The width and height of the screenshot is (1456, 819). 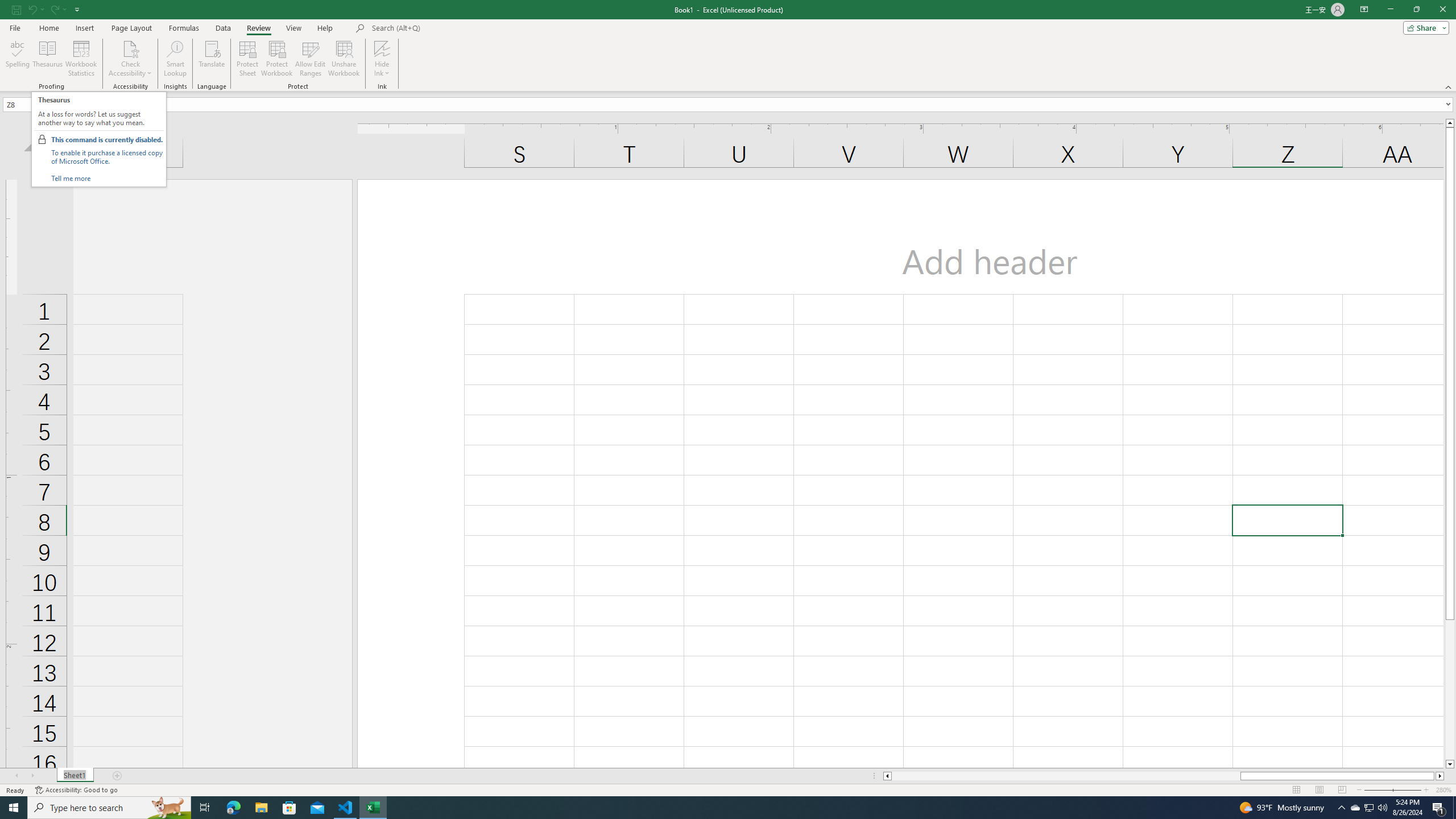 I want to click on 'Allow Edit Ranges', so click(x=311, y=59).